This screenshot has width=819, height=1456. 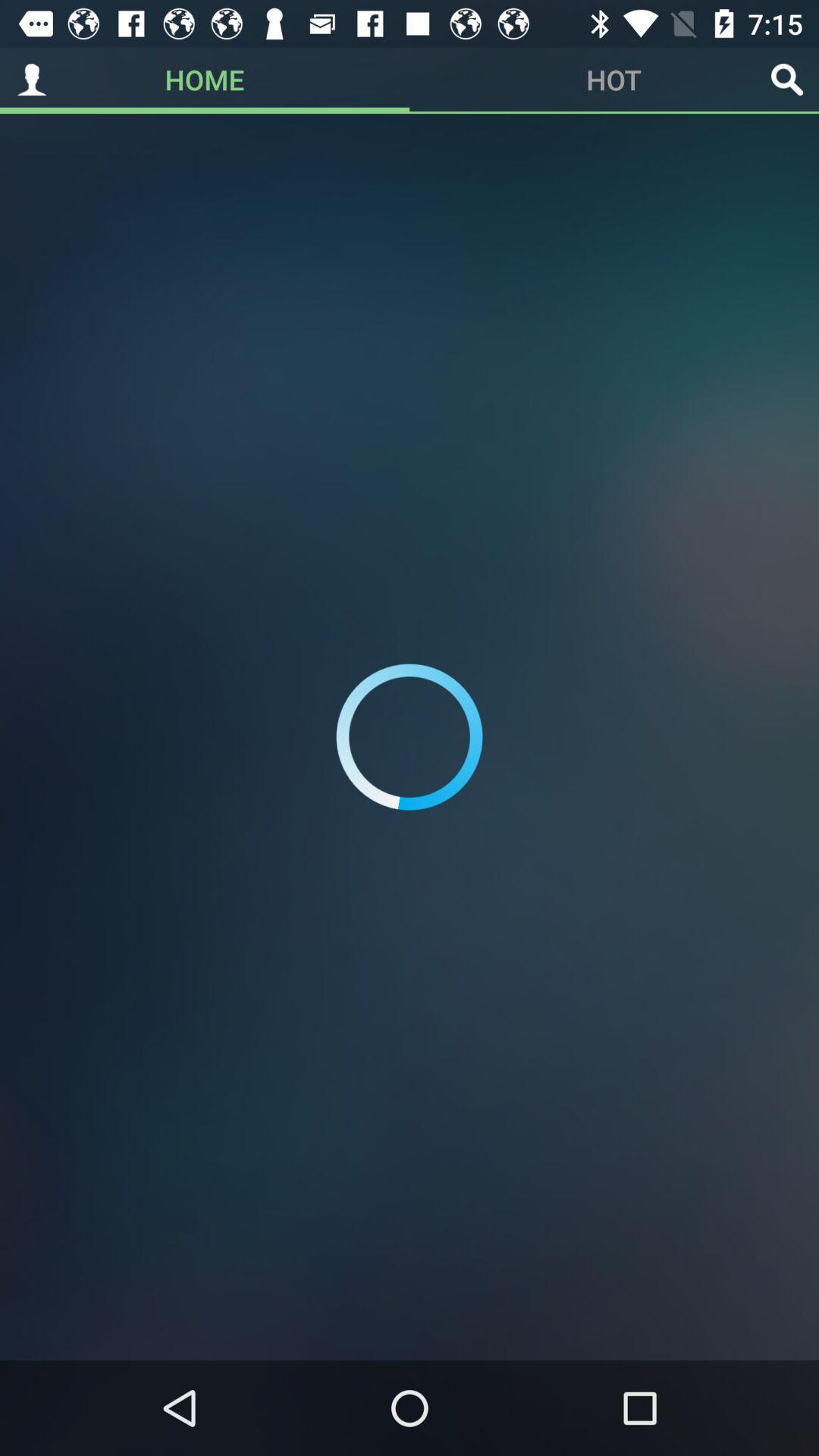 I want to click on the avatar icon, so click(x=32, y=79).